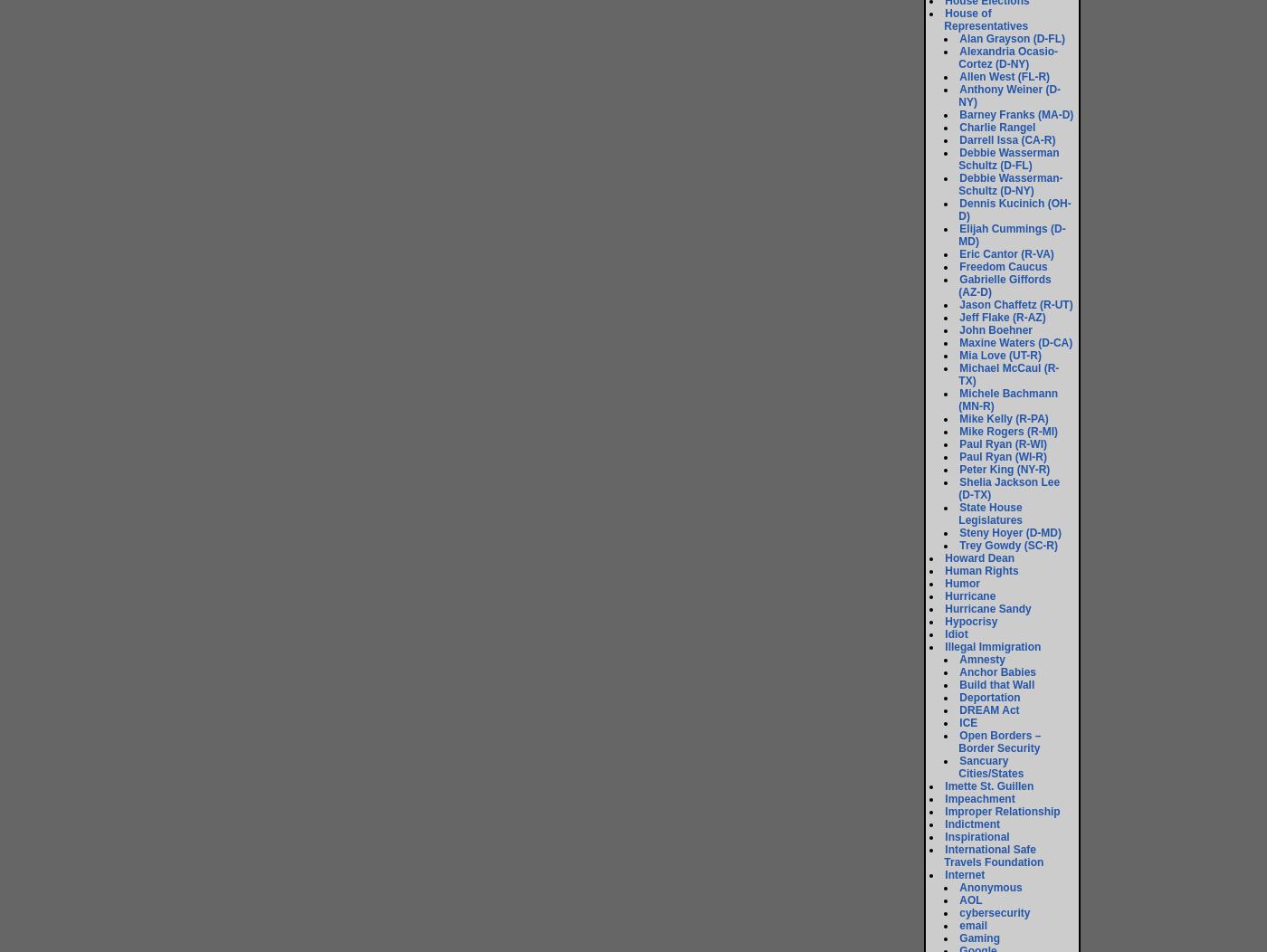 This screenshot has height=952, width=1267. What do you see at coordinates (988, 709) in the screenshot?
I see `'DREAM Act'` at bounding box center [988, 709].